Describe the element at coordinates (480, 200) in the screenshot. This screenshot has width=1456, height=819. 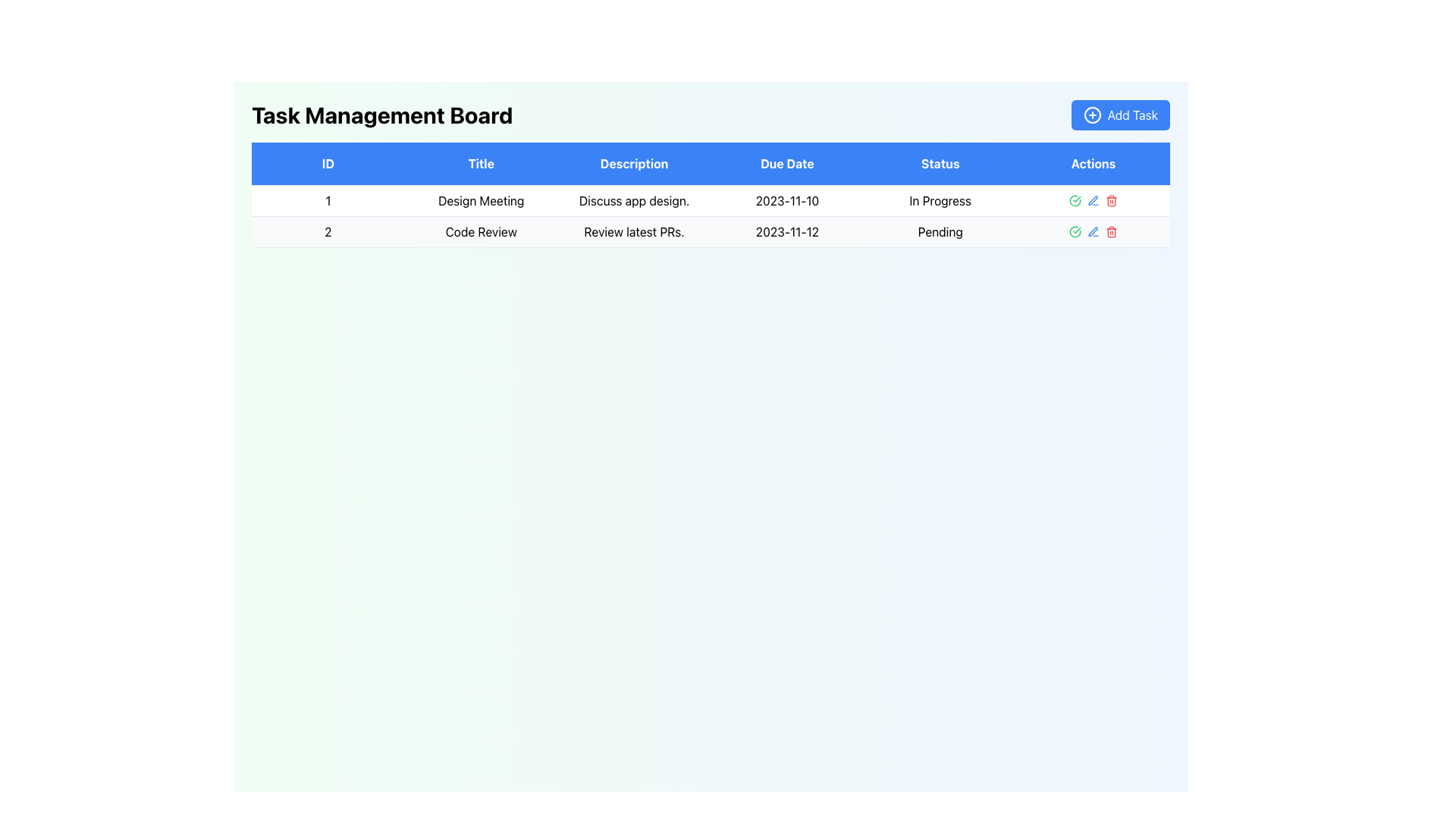
I see `the 'Design Meeting' text label, which is bold and centered in a white cell of the table under the 'Title' heading` at that location.